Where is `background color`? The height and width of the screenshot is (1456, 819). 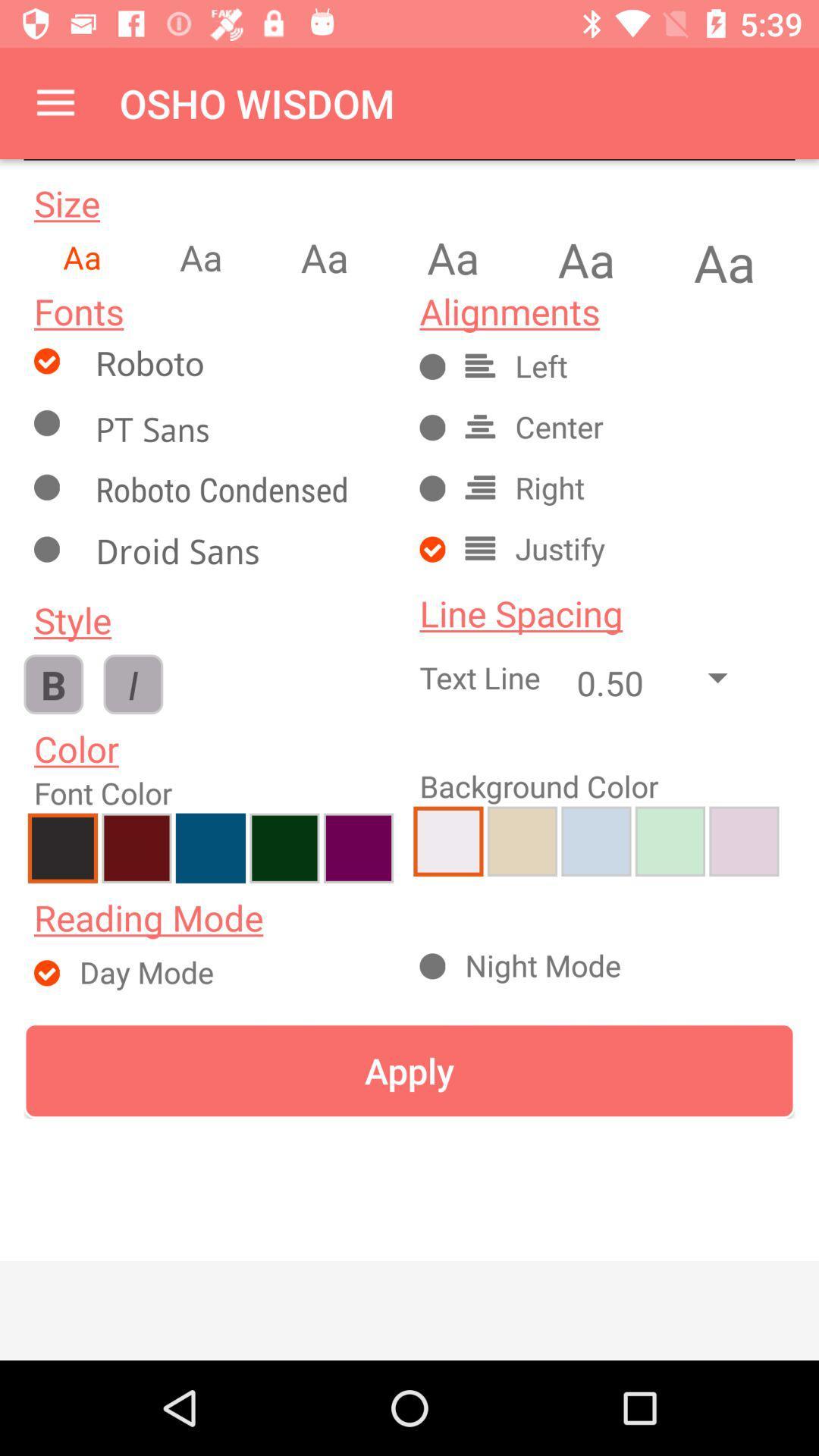
background color is located at coordinates (595, 840).